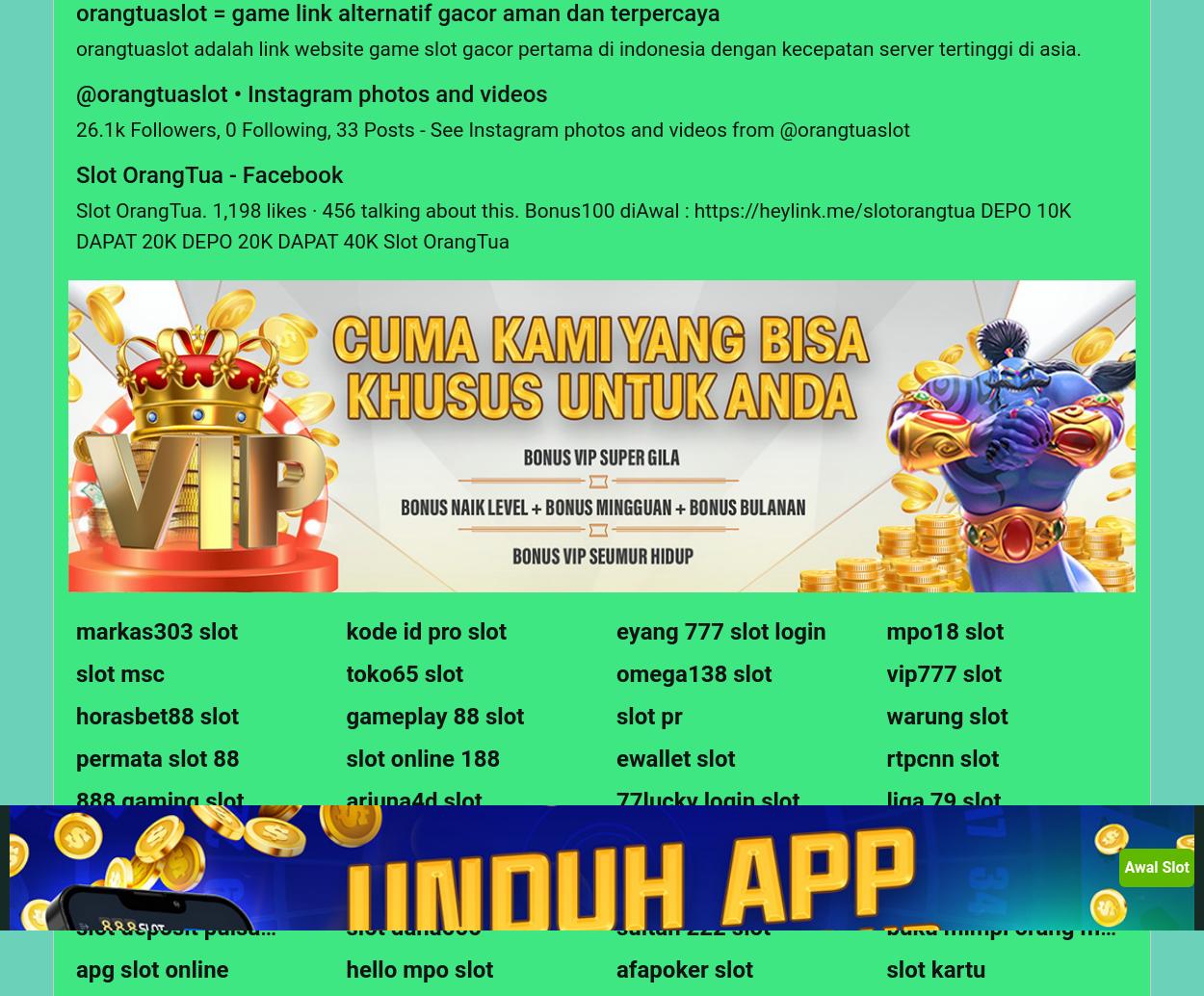 The image size is (1204, 996). Describe the element at coordinates (886, 841) in the screenshot. I see `'raja slot qiuqiu'` at that location.